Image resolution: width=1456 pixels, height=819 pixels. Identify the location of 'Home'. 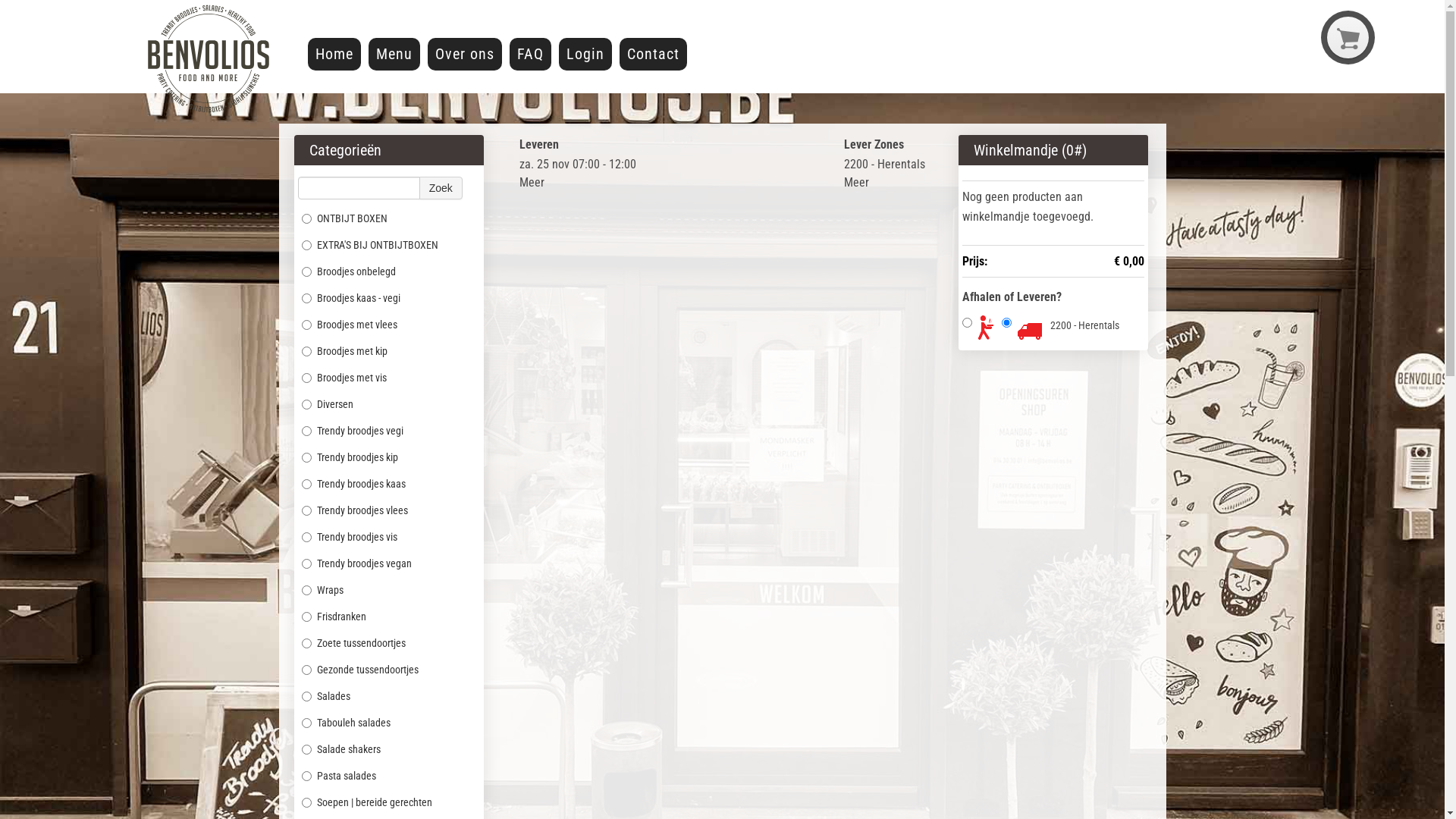
(307, 53).